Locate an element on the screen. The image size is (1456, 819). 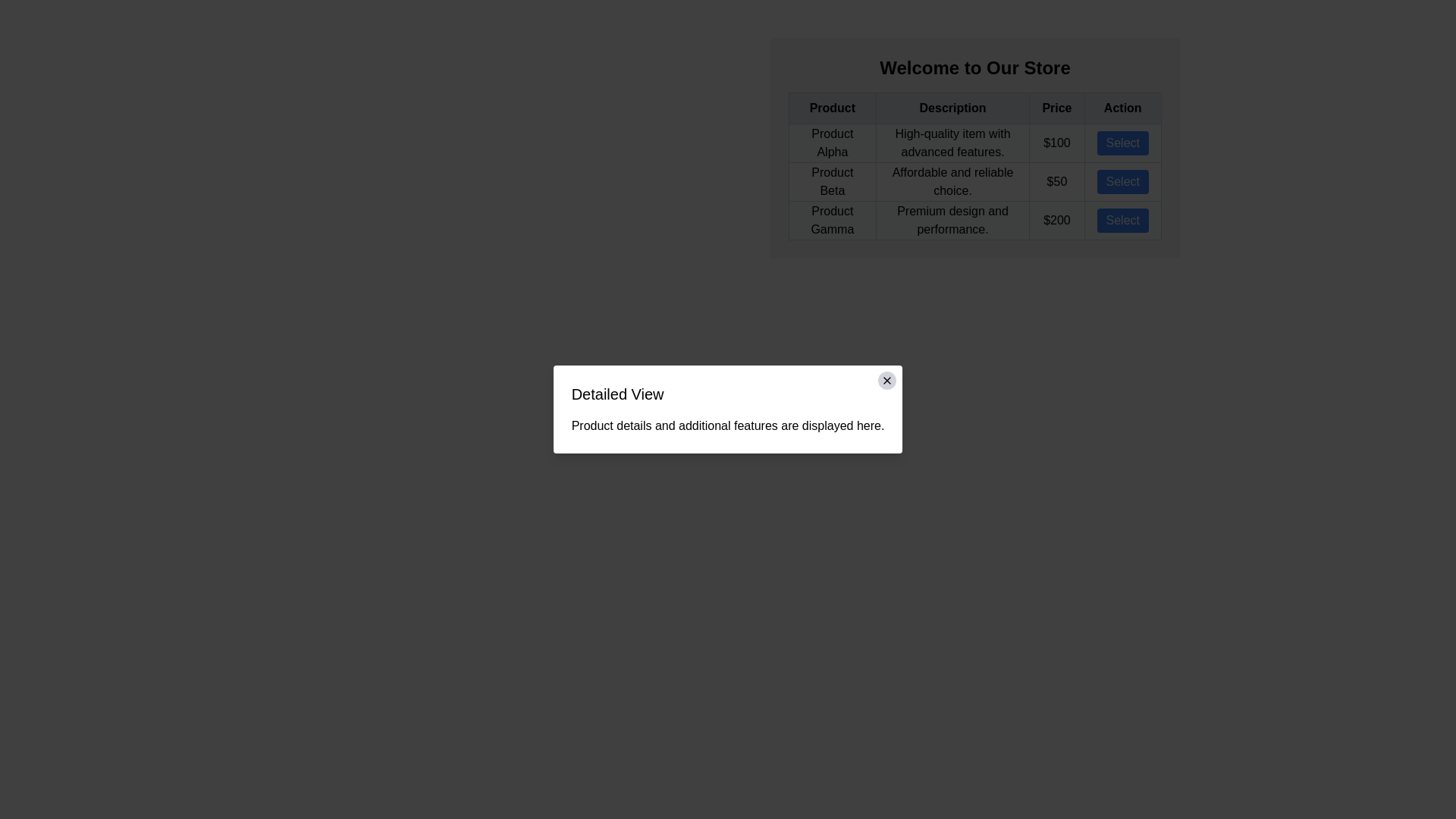
the non-interactive header cell for the Action column located in the top-right corner of the table, following the 'Price' header is located at coordinates (1122, 107).